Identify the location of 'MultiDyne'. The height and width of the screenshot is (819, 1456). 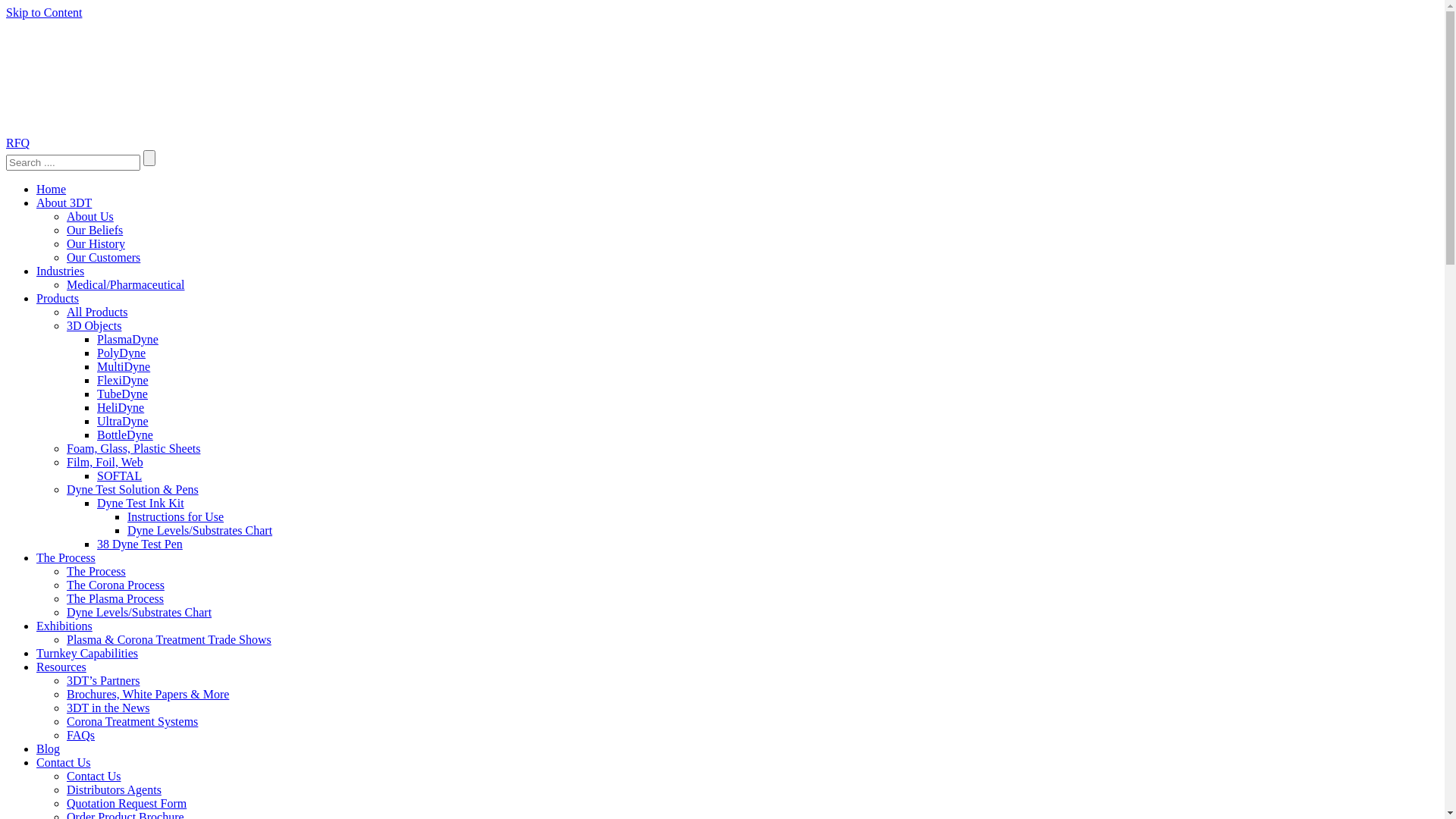
(124, 366).